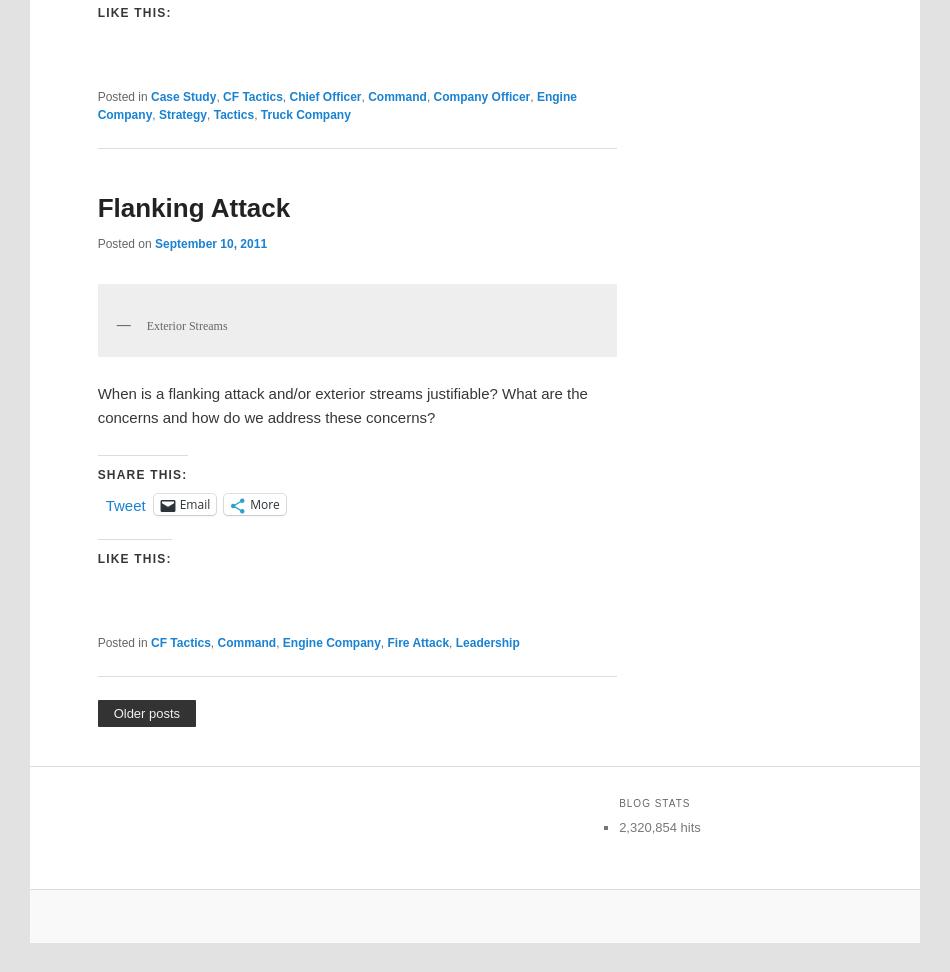  Describe the element at coordinates (233, 113) in the screenshot. I see `'Tactics'` at that location.